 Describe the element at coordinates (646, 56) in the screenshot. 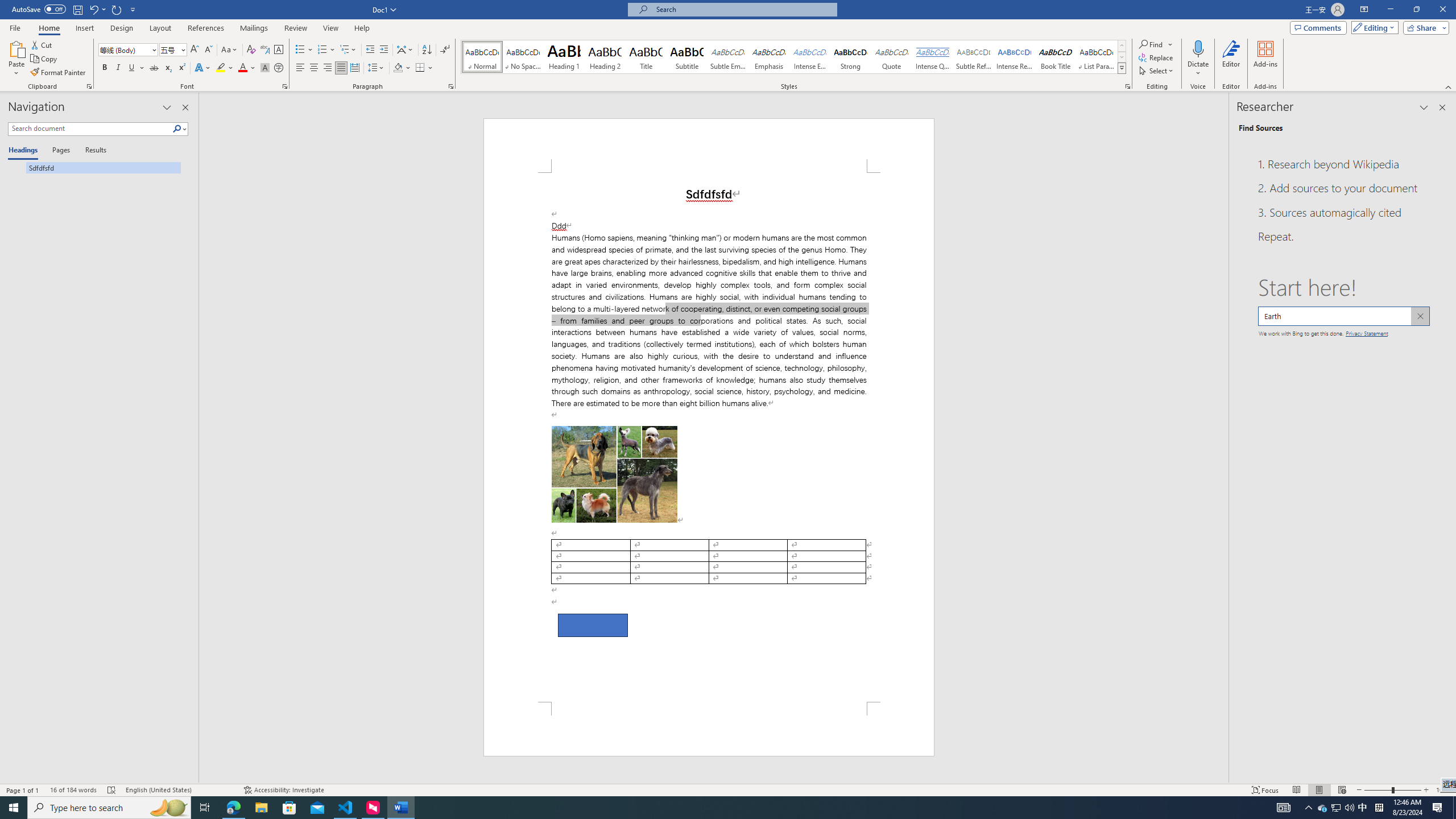

I see `'Title'` at that location.